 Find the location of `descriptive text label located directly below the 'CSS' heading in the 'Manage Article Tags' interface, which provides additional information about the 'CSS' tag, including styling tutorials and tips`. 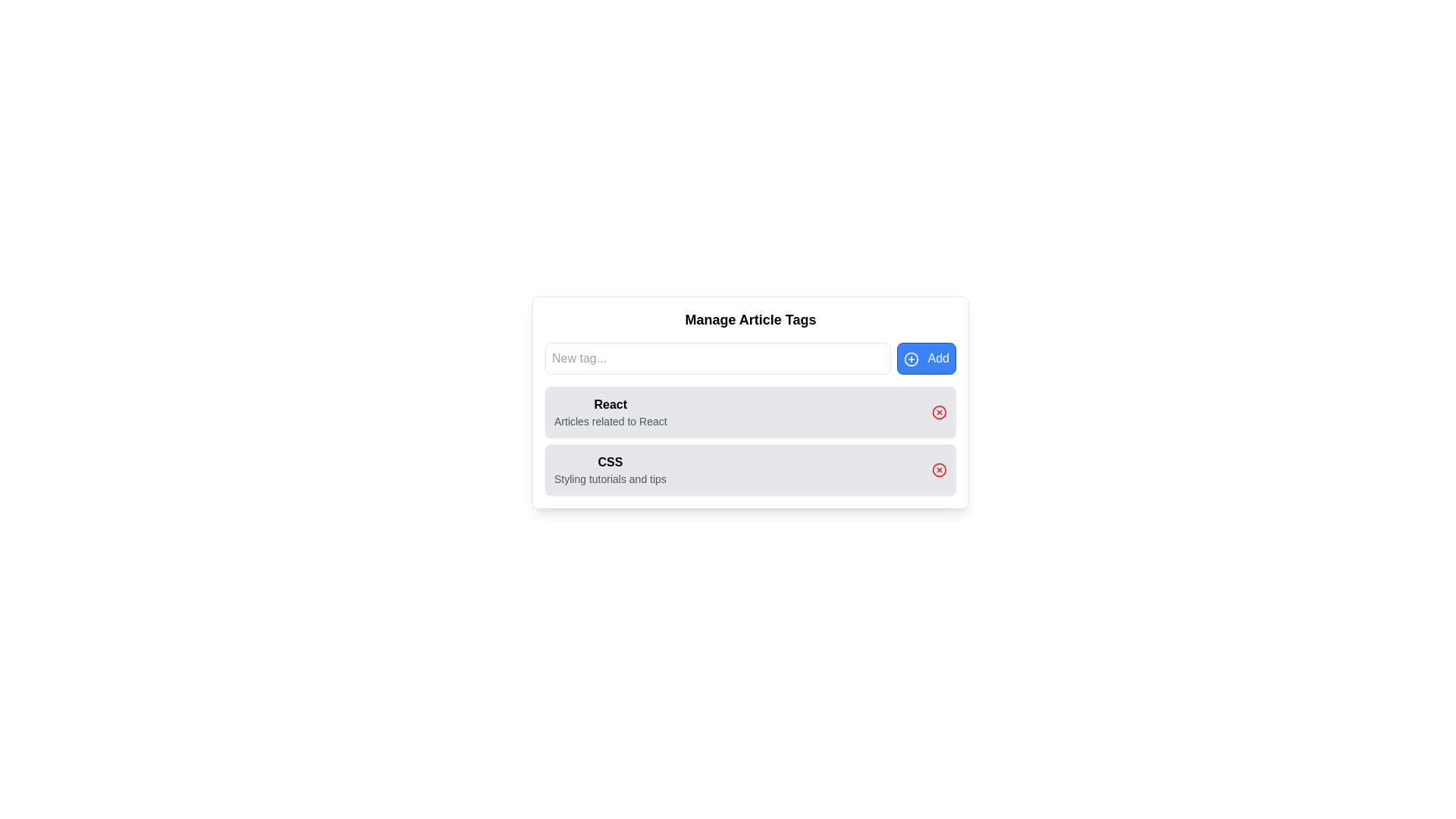

descriptive text label located directly below the 'CSS' heading in the 'Manage Article Tags' interface, which provides additional information about the 'CSS' tag, including styling tutorials and tips is located at coordinates (610, 479).